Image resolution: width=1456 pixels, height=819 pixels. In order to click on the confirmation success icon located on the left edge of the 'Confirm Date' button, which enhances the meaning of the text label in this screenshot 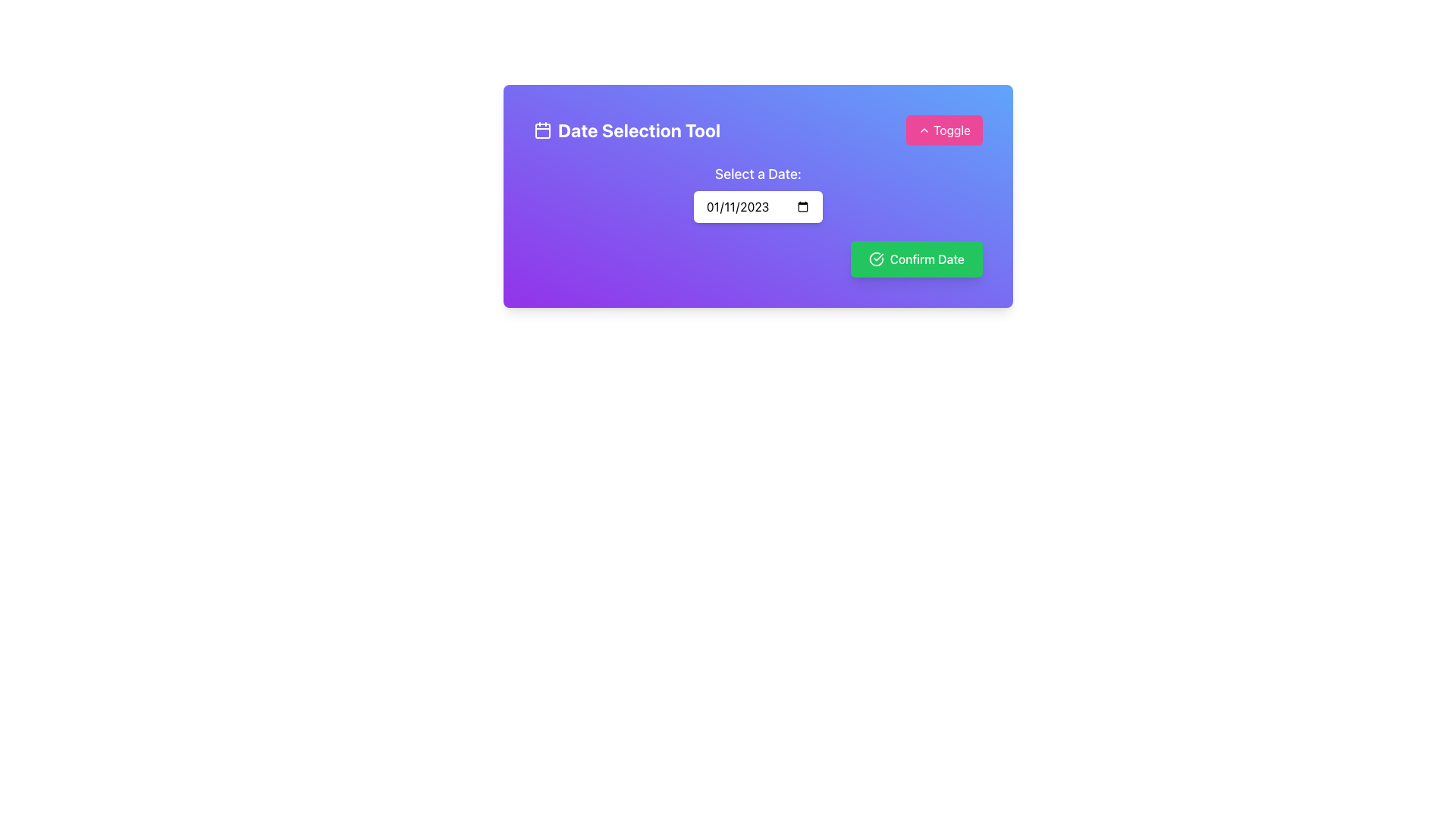, I will do `click(876, 259)`.